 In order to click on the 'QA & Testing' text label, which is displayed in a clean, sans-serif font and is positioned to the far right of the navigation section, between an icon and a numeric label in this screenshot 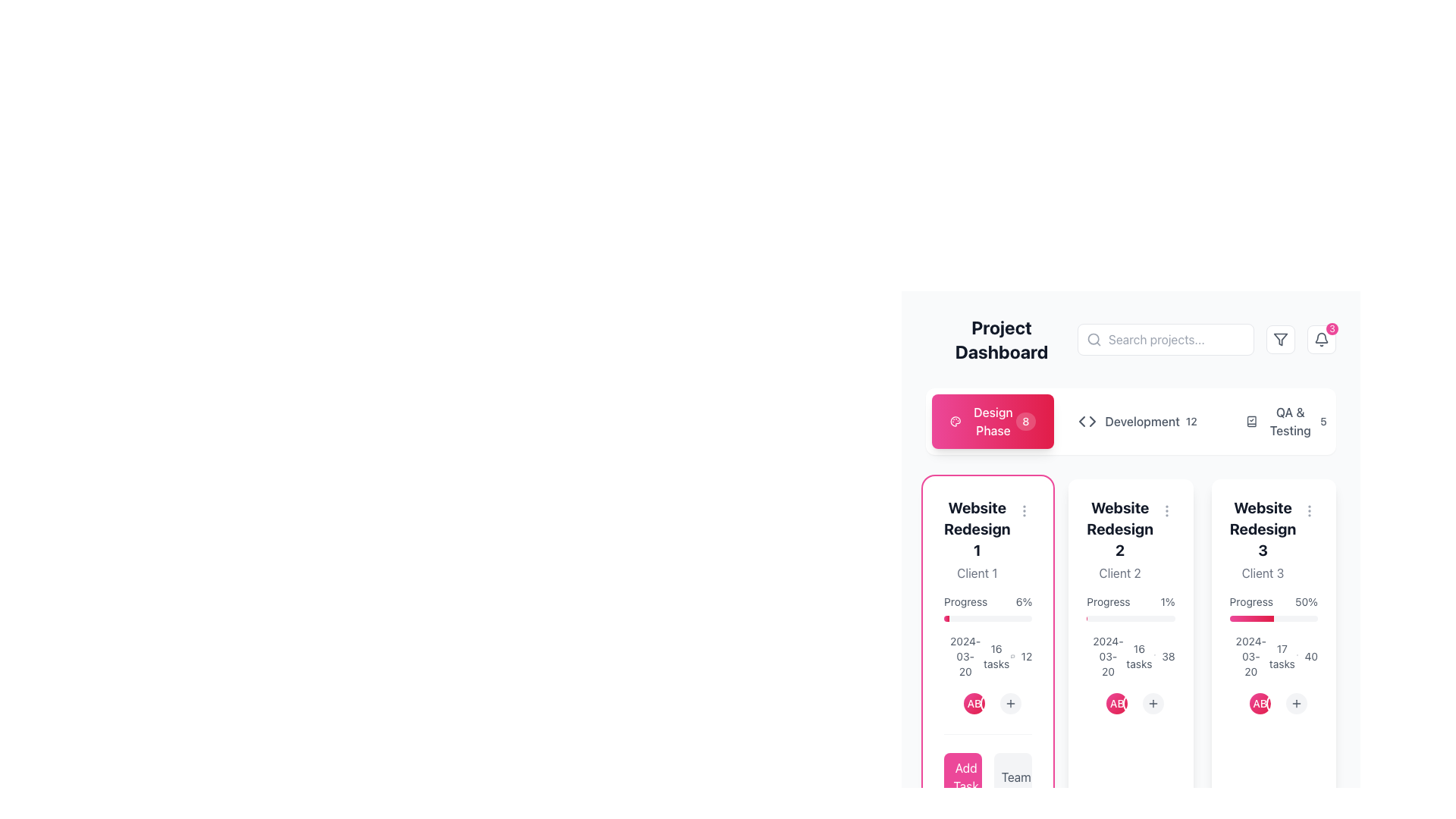, I will do `click(1289, 421)`.